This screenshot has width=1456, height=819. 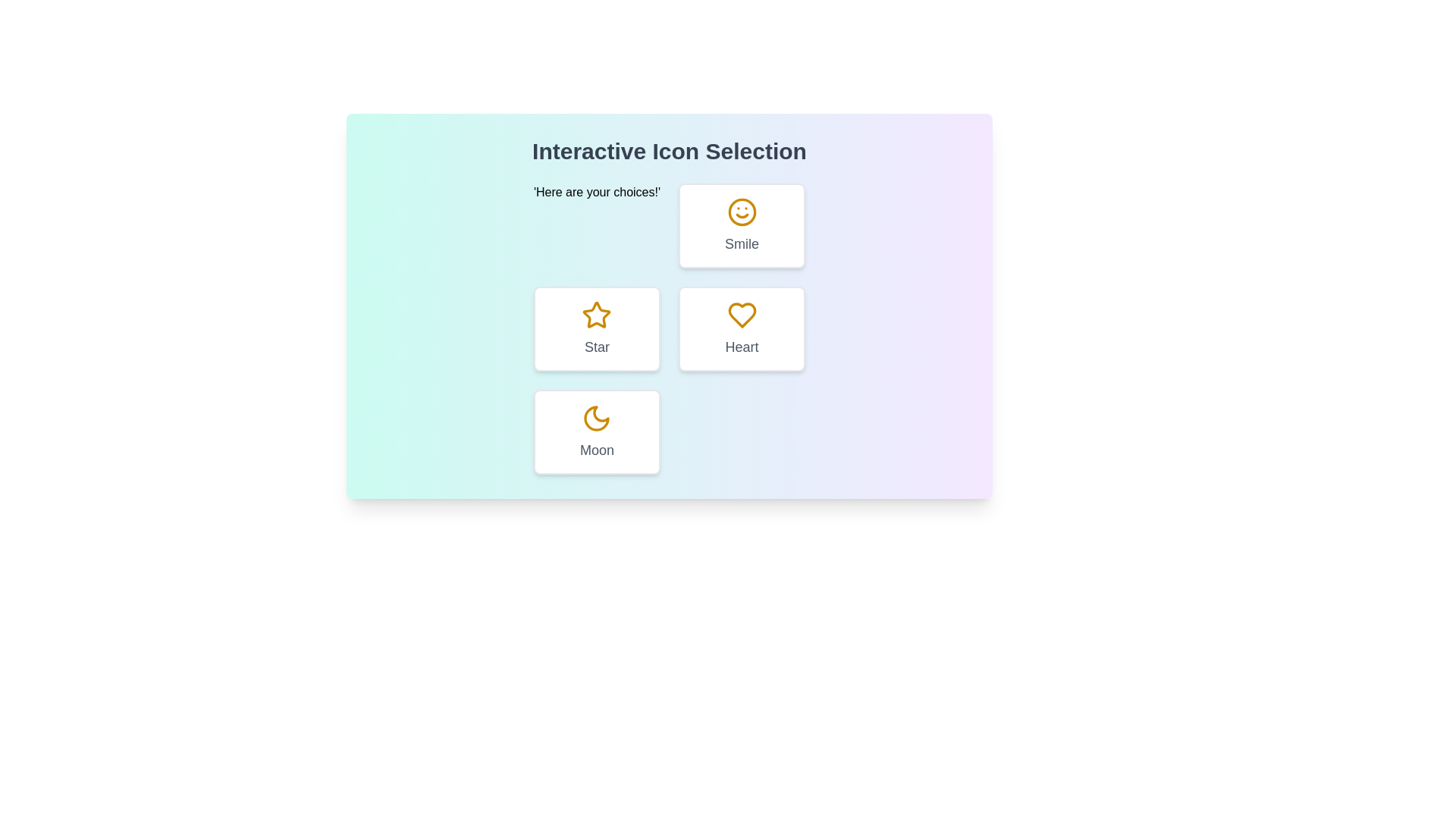 What do you see at coordinates (742, 328) in the screenshot?
I see `the heart selection button located in the second row and second column of the interactive choices grid titled 'Here are your choices!'` at bounding box center [742, 328].